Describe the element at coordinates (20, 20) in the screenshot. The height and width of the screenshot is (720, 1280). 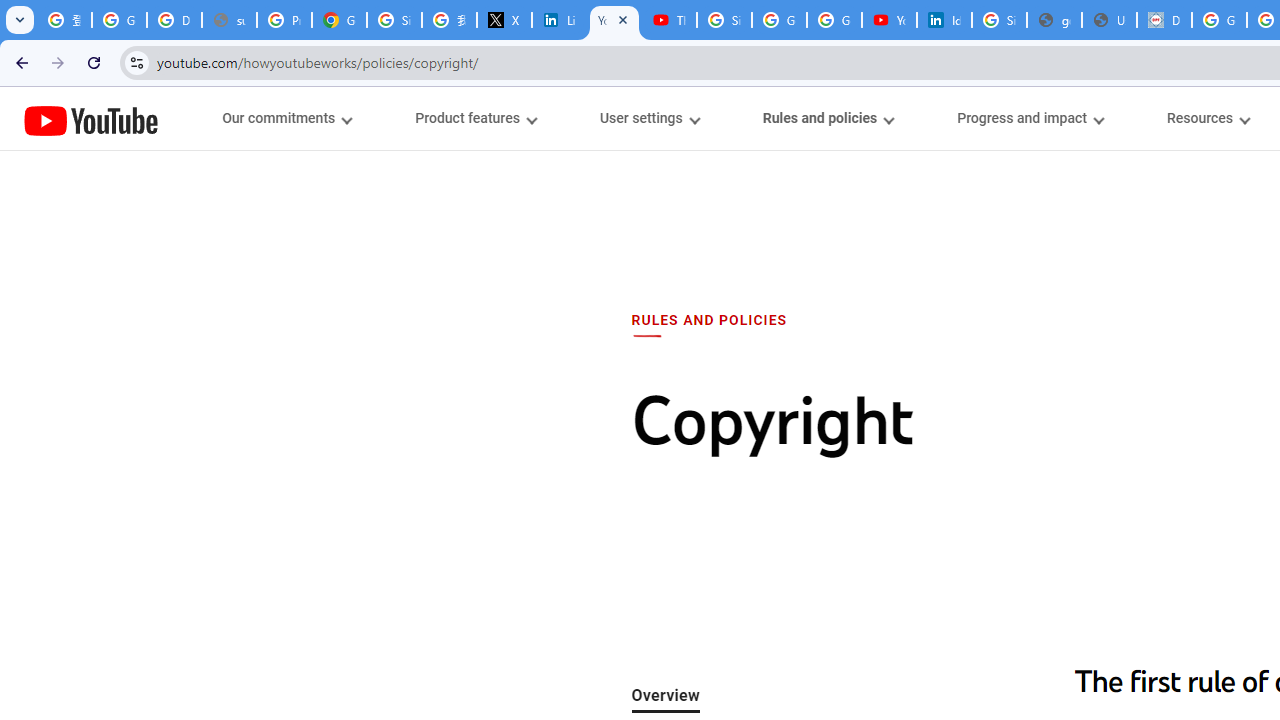
I see `'Search tabs'` at that location.